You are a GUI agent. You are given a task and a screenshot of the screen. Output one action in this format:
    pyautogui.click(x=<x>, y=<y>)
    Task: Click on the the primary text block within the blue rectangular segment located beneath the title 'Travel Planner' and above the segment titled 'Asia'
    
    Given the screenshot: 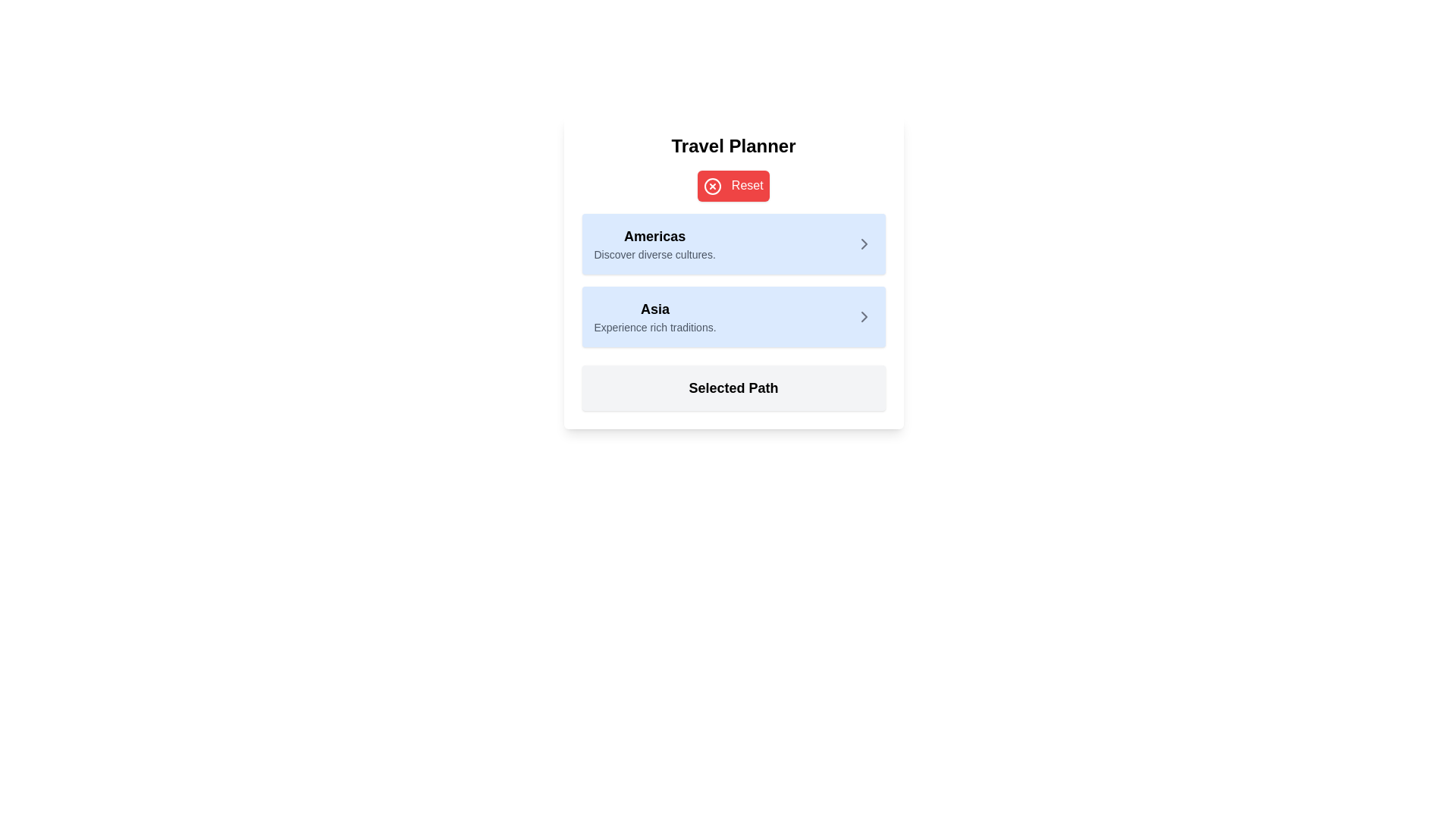 What is the action you would take?
    pyautogui.click(x=654, y=243)
    